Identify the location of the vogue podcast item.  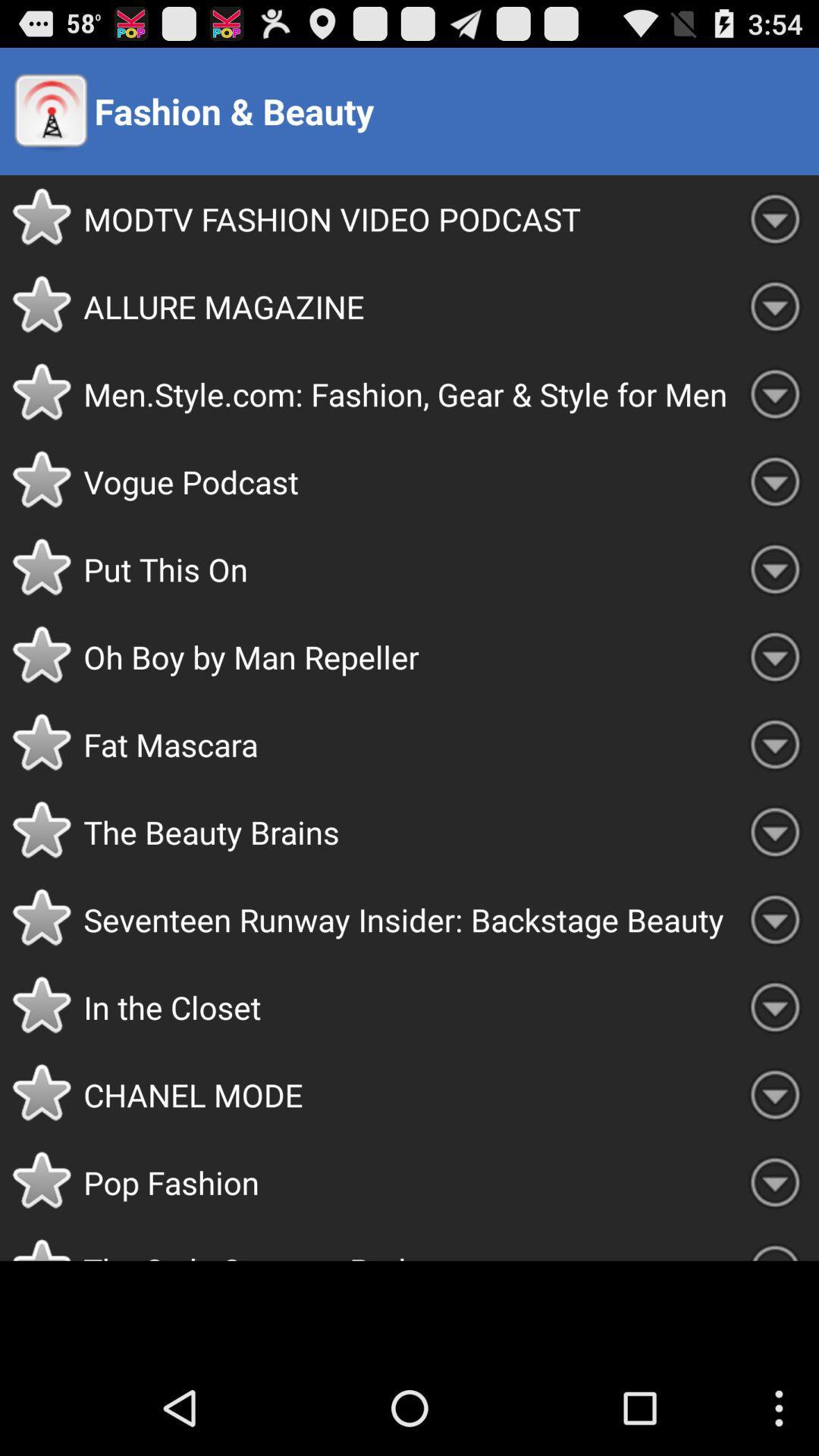
(406, 481).